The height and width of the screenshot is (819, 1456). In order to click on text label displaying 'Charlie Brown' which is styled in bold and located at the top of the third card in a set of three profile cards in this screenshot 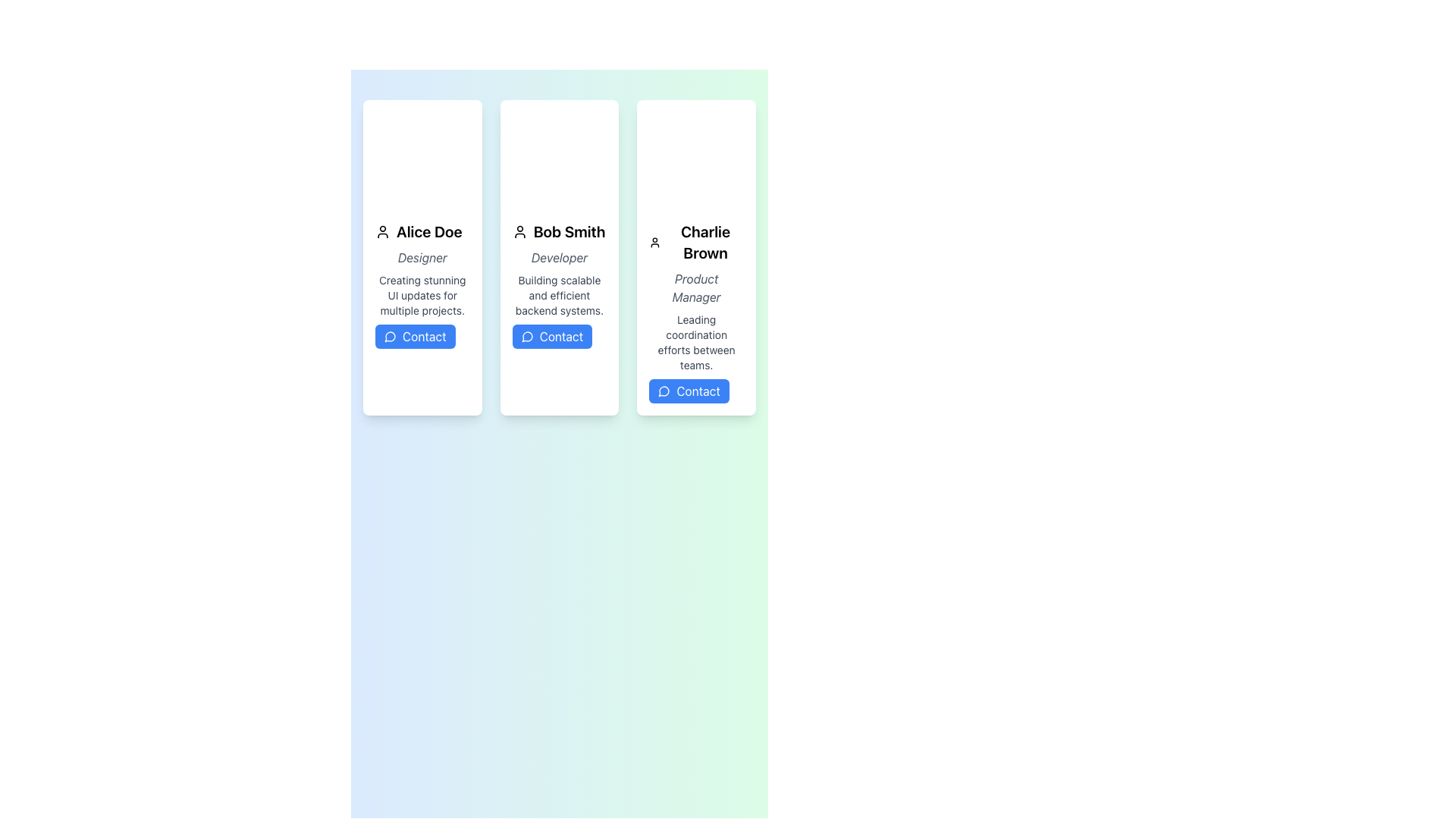, I will do `click(695, 242)`.